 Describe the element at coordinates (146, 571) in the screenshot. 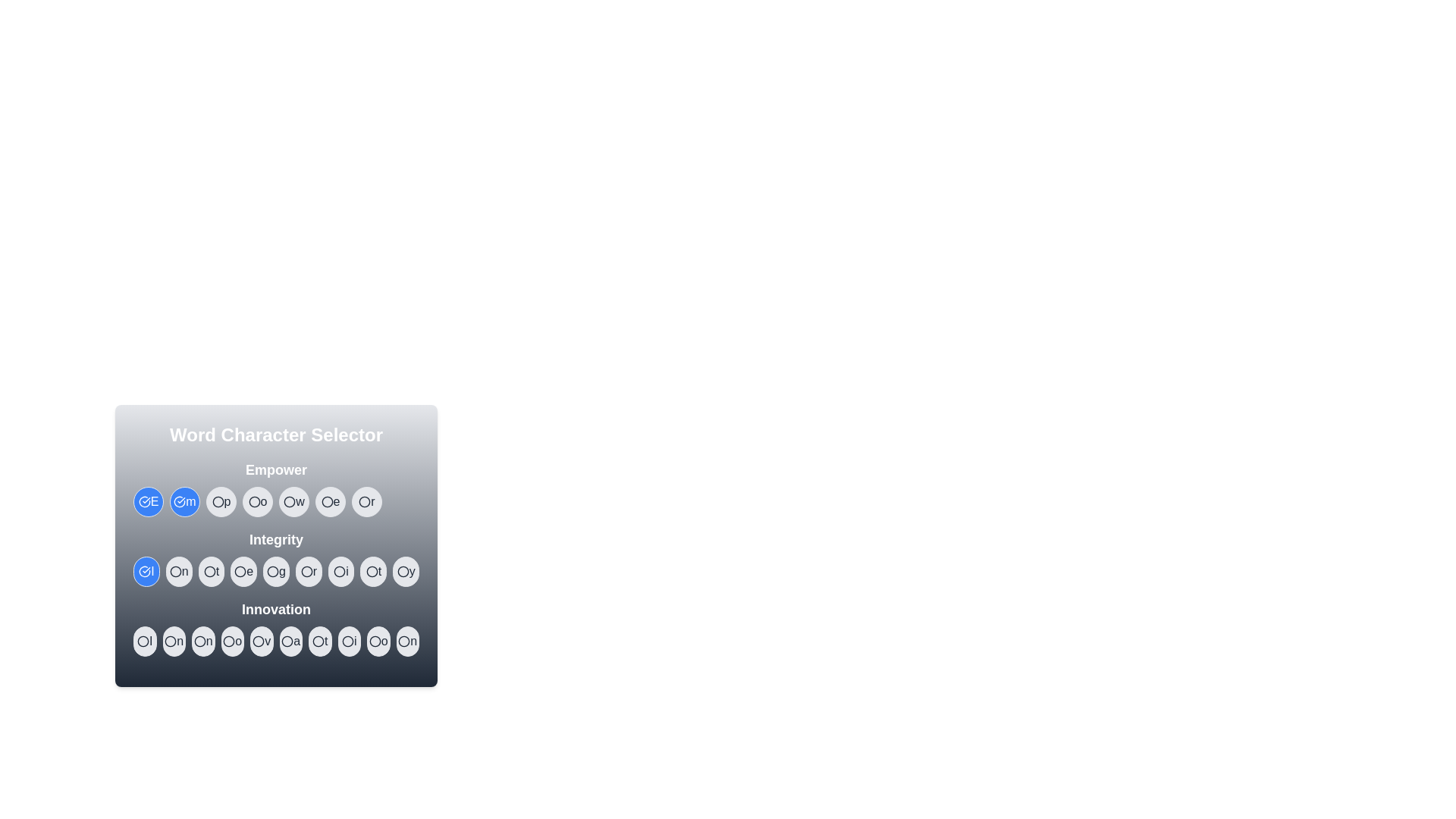

I see `the character I in the word Integrity` at that location.